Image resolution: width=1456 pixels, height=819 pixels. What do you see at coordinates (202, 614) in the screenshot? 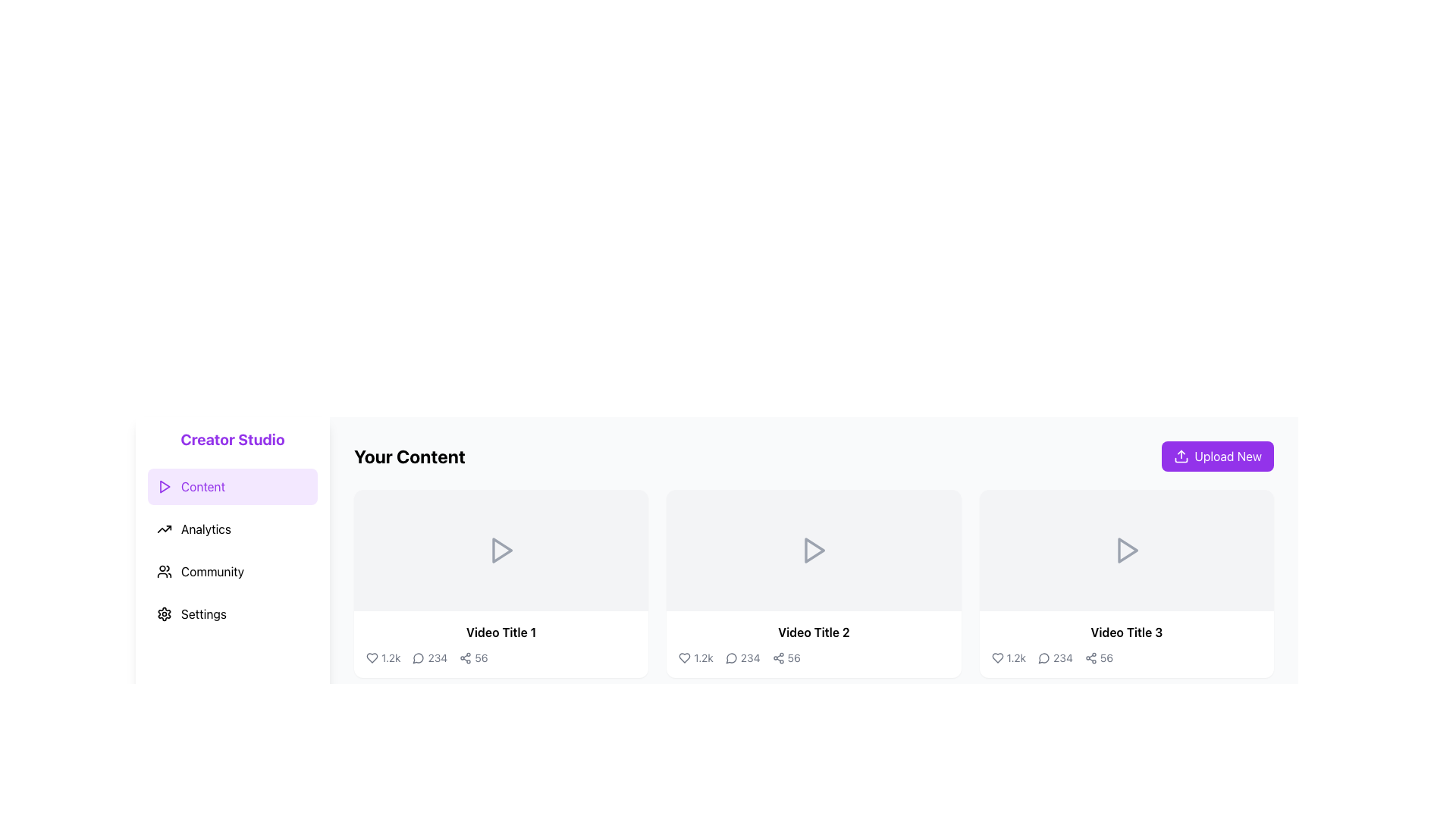
I see `the 'Settings' label in the vertical menu, which is the fourth item below 'Content', 'Analytics', and 'Community', featuring a gear icon` at bounding box center [202, 614].